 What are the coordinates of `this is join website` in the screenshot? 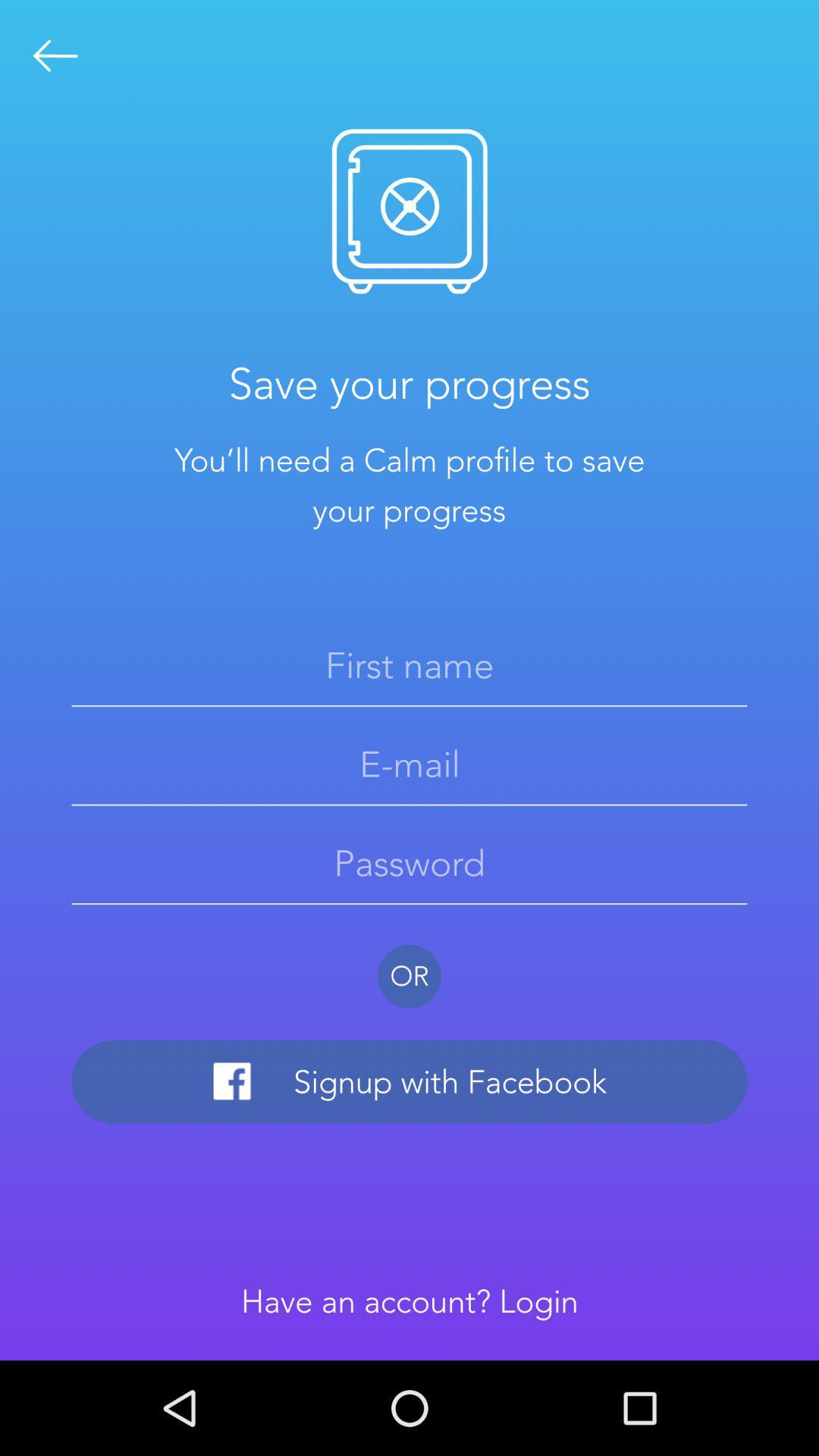 It's located at (55, 55).